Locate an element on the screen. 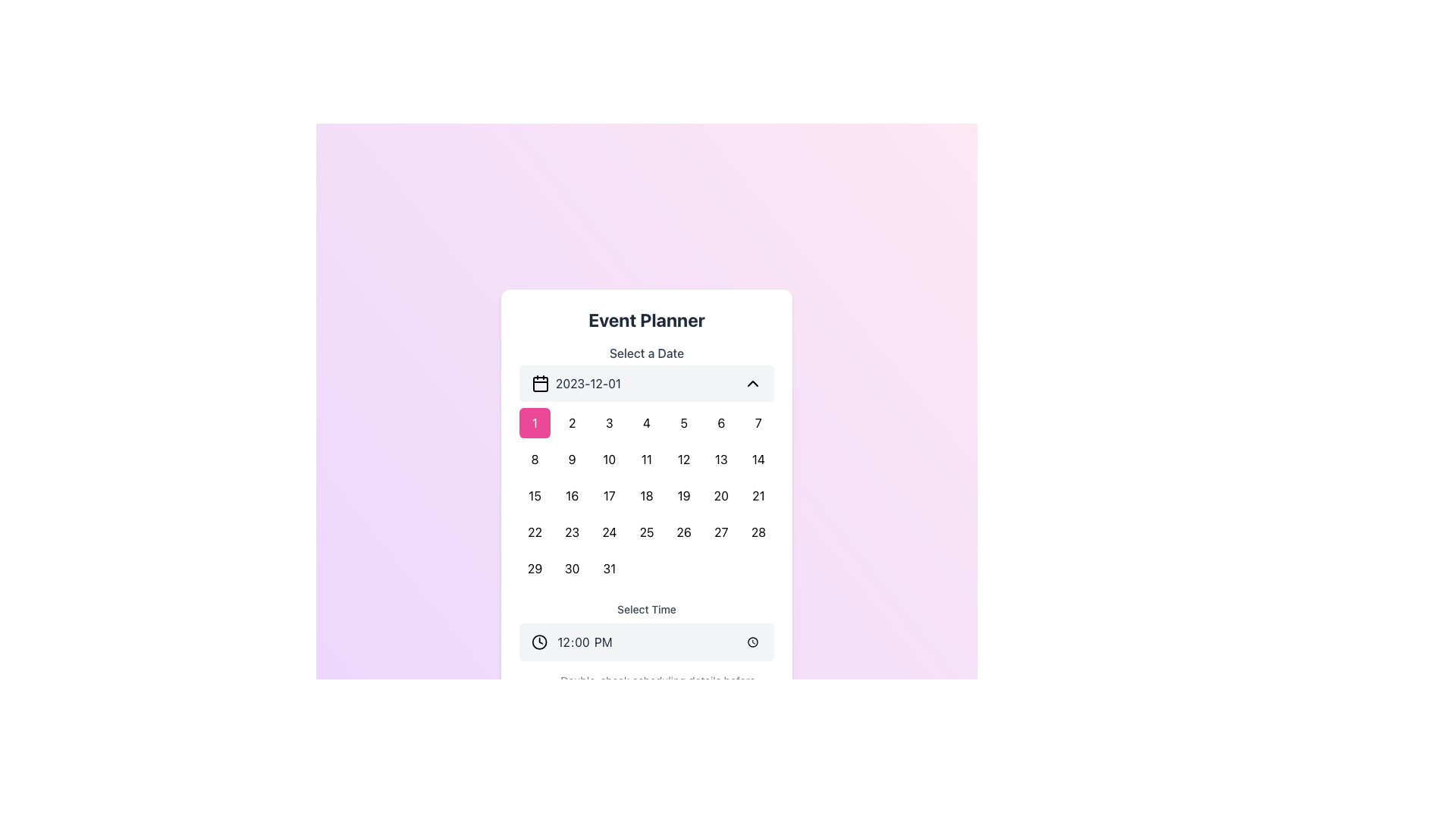 This screenshot has width=1456, height=819. the button representing the 25th day of the month in the calendar to change its background color is located at coordinates (647, 532).